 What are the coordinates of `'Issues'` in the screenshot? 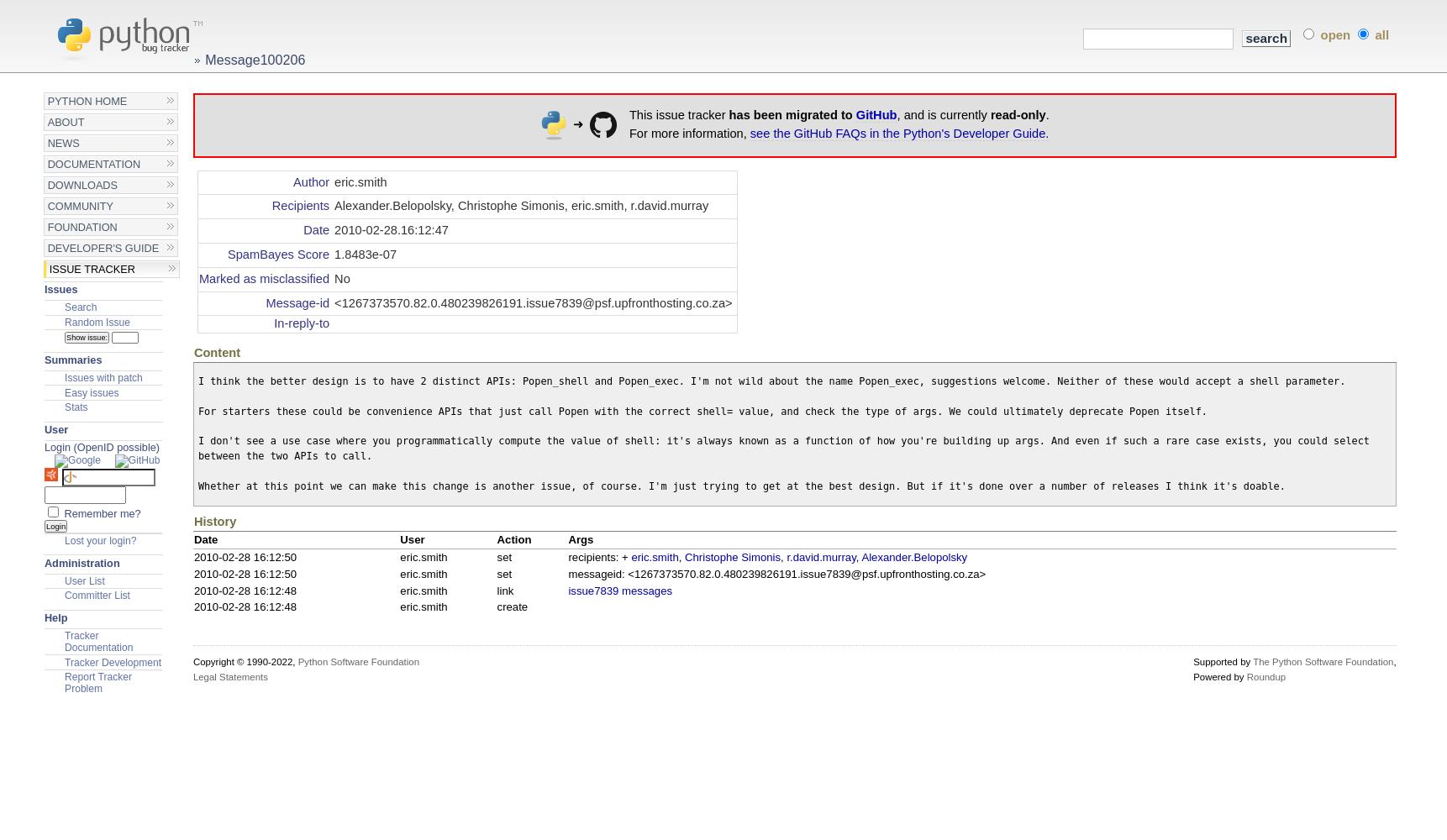 It's located at (59, 288).